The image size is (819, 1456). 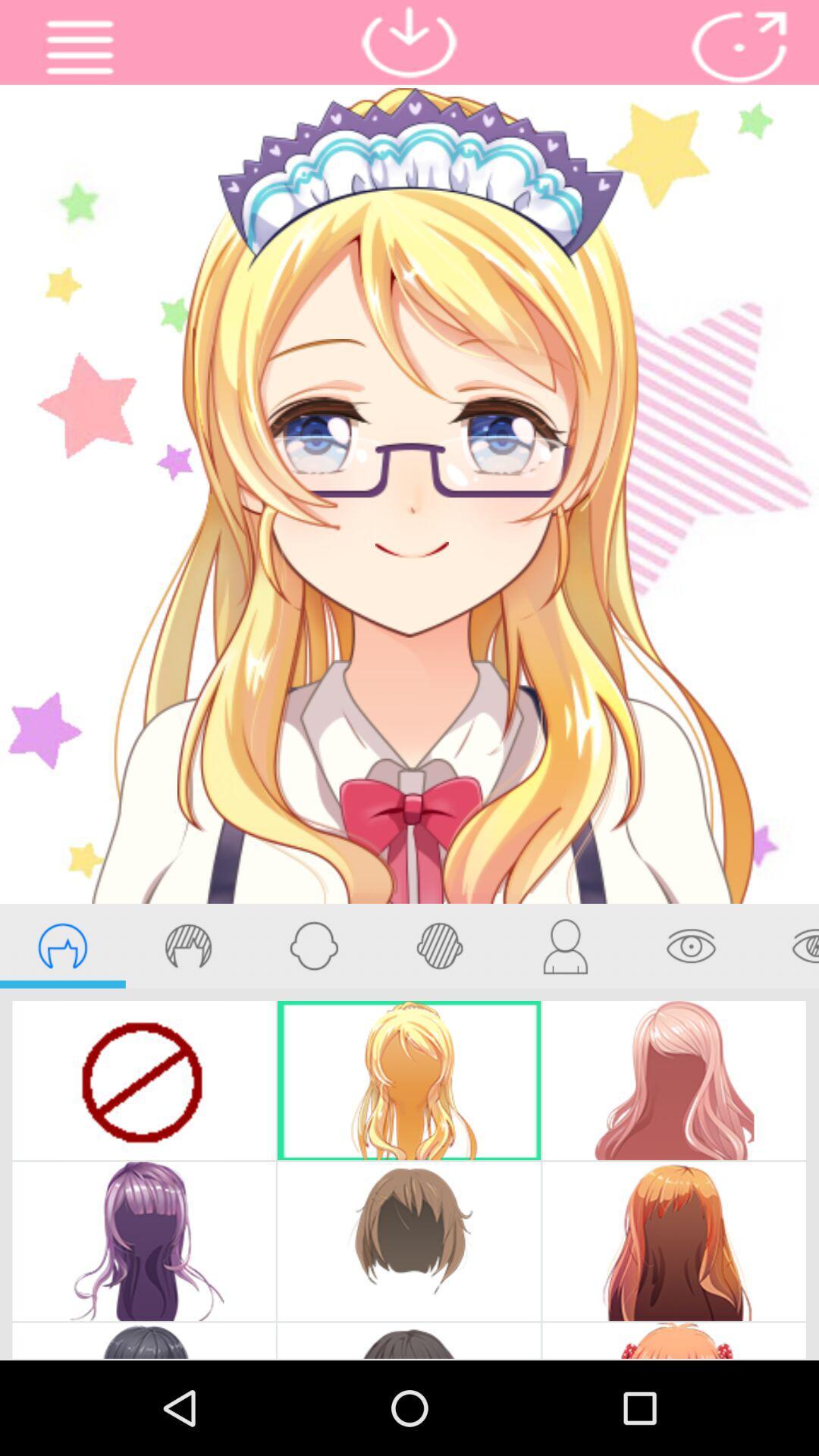 What do you see at coordinates (691, 945) in the screenshot?
I see `customize eyes` at bounding box center [691, 945].